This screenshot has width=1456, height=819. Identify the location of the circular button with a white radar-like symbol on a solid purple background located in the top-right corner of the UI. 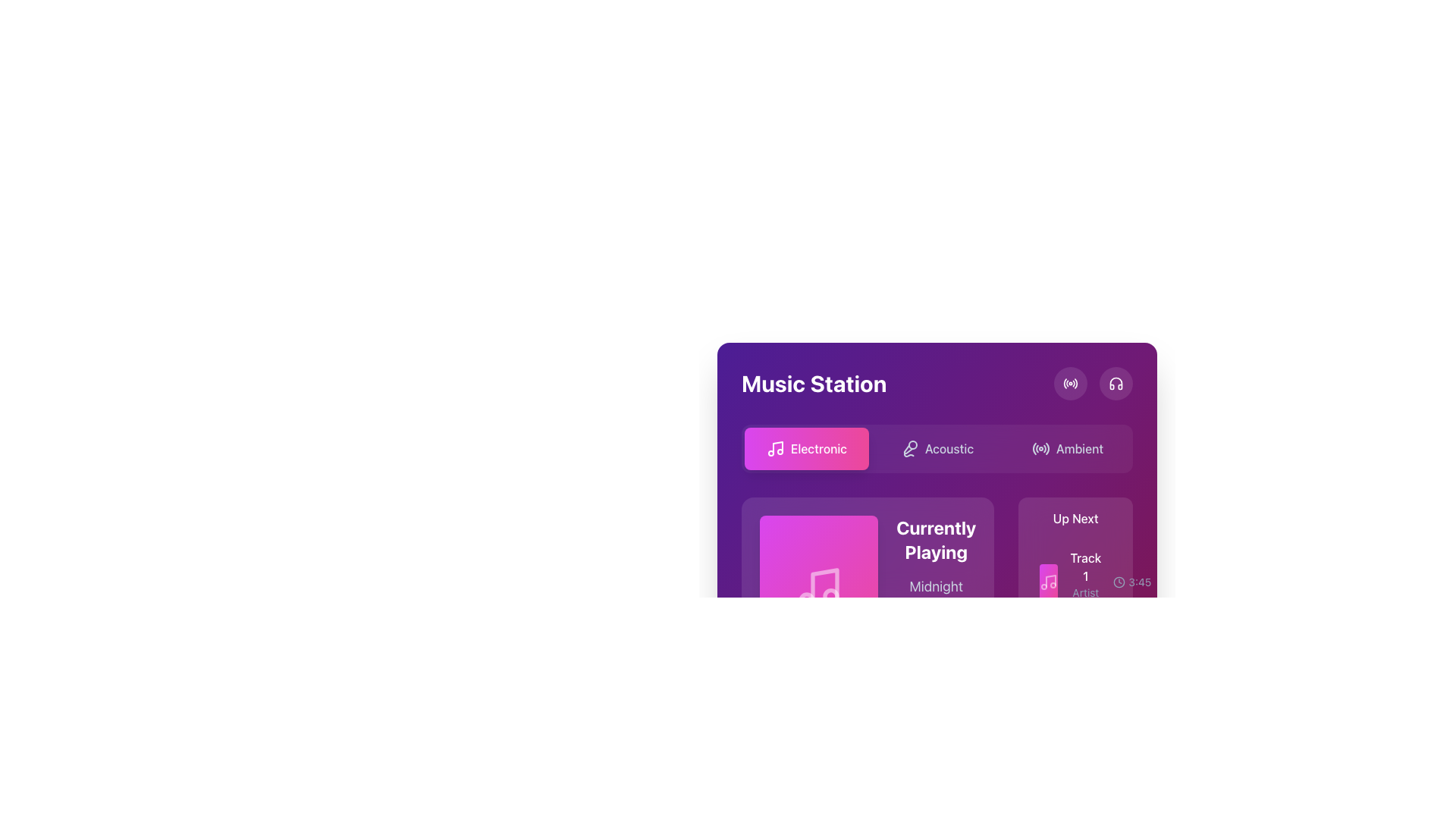
(1069, 382).